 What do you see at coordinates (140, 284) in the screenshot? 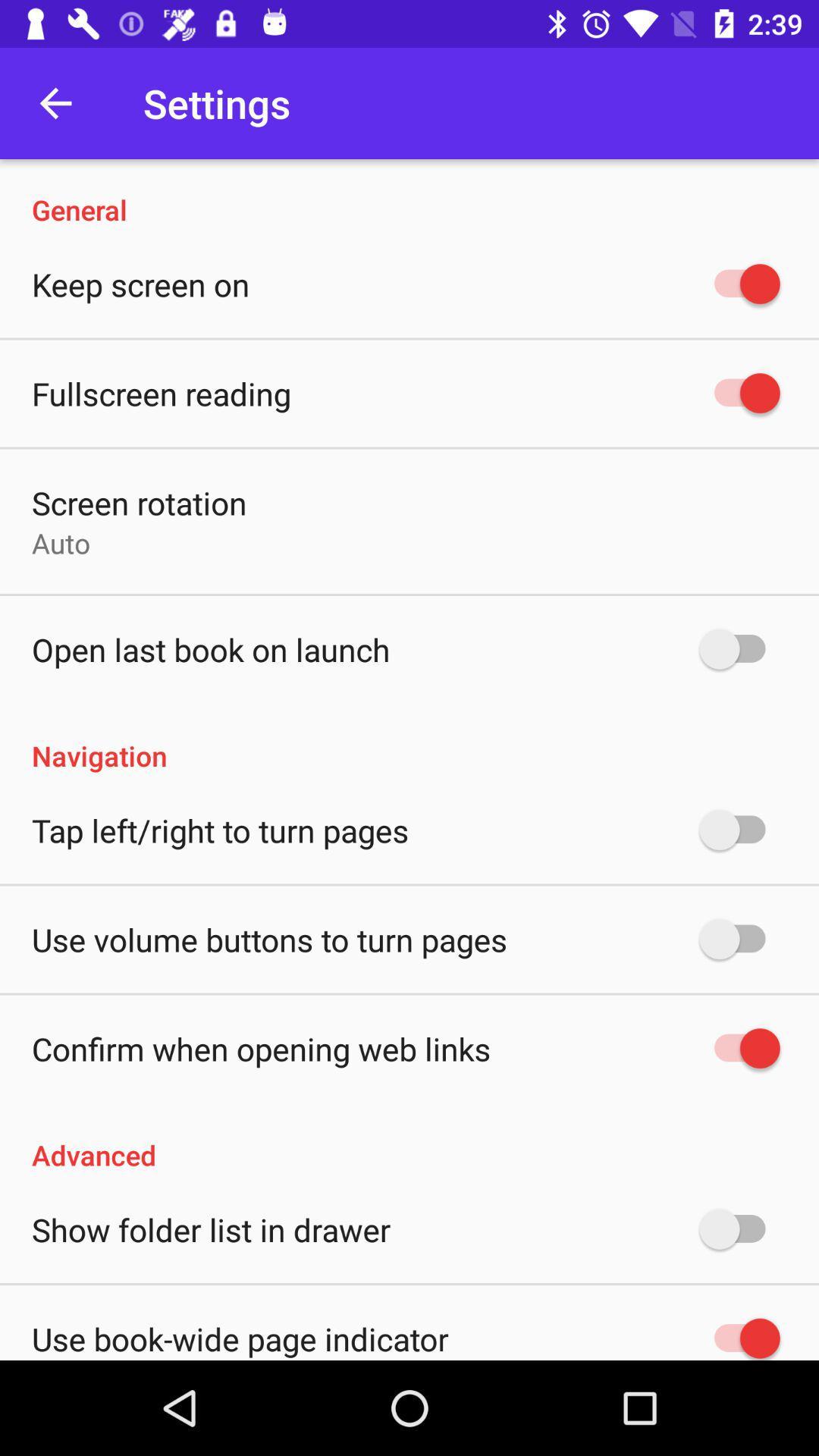
I see `the keep screen on` at bounding box center [140, 284].